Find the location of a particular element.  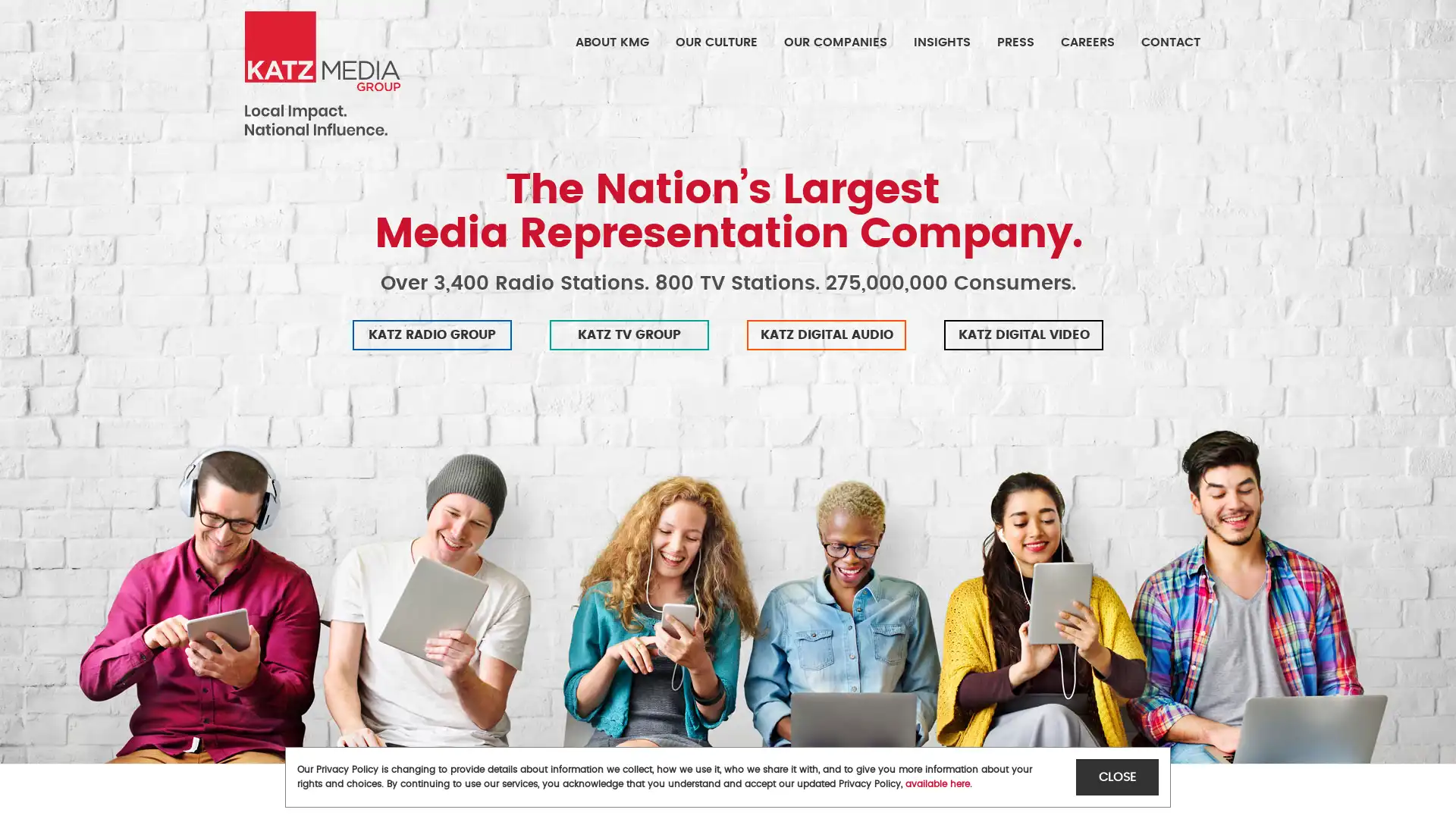

CLOSE is located at coordinates (1117, 777).